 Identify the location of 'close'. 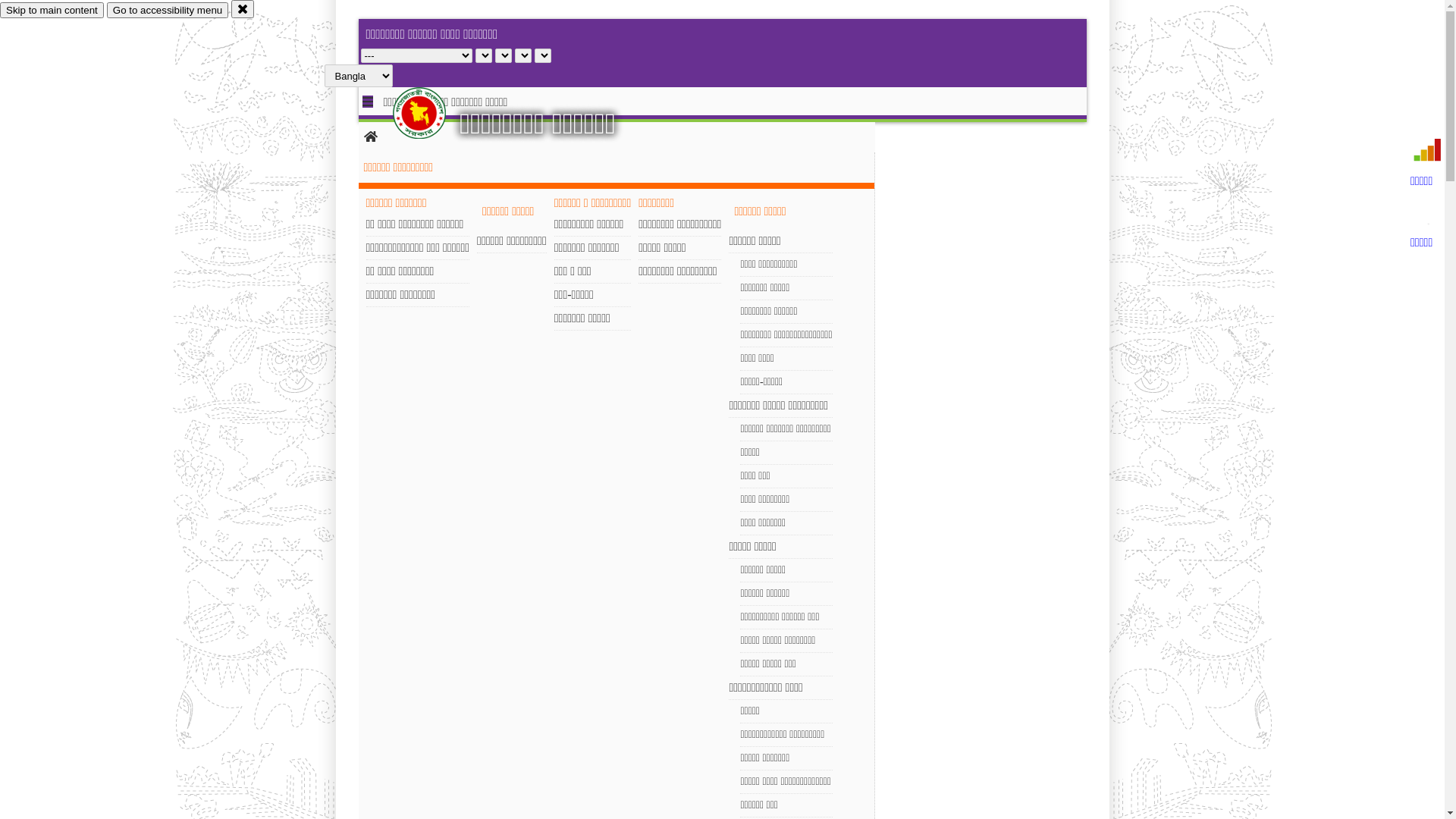
(243, 8).